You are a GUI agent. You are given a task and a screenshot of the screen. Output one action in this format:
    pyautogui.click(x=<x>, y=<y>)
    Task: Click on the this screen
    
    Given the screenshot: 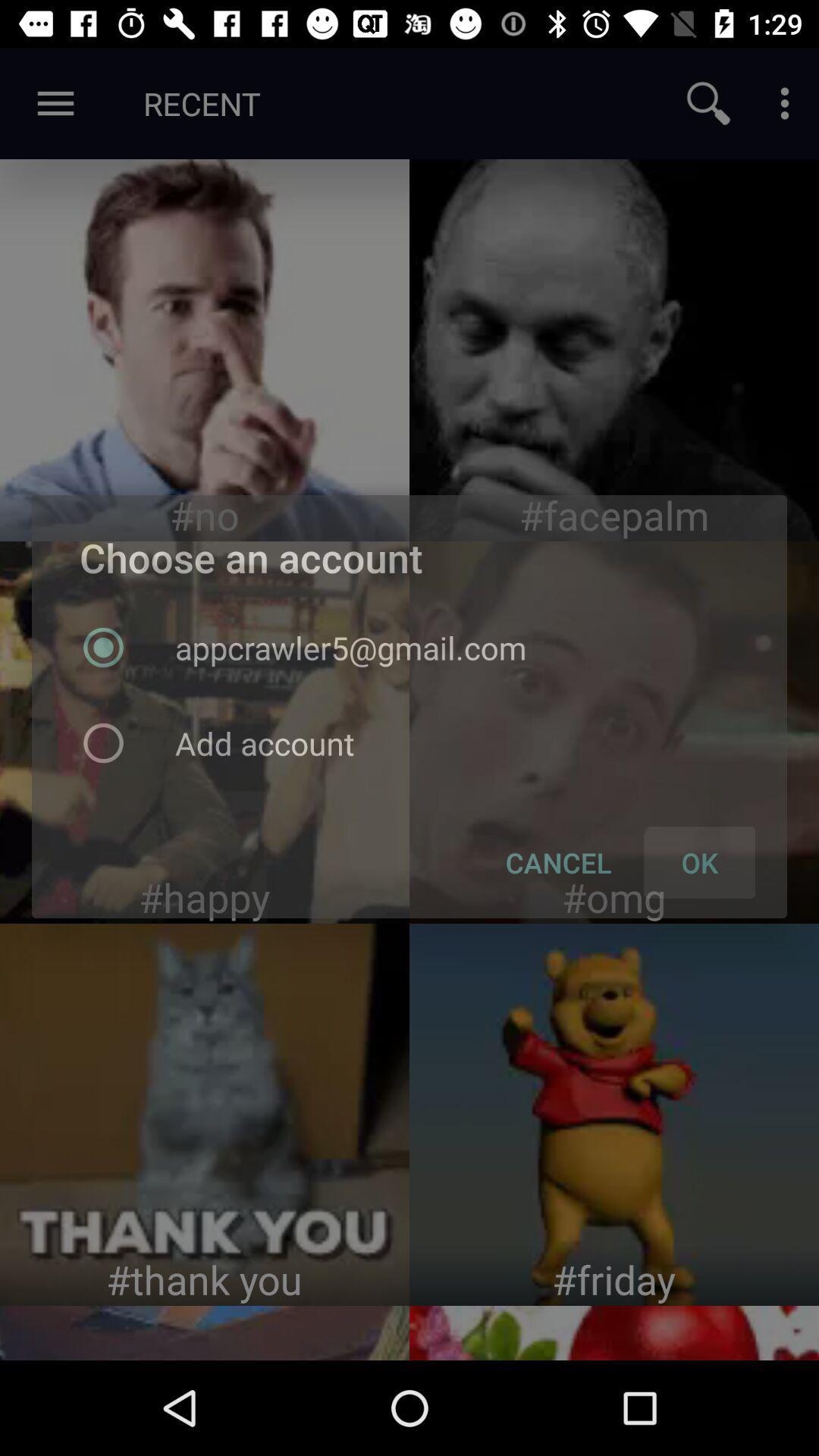 What is the action you would take?
    pyautogui.click(x=614, y=732)
    